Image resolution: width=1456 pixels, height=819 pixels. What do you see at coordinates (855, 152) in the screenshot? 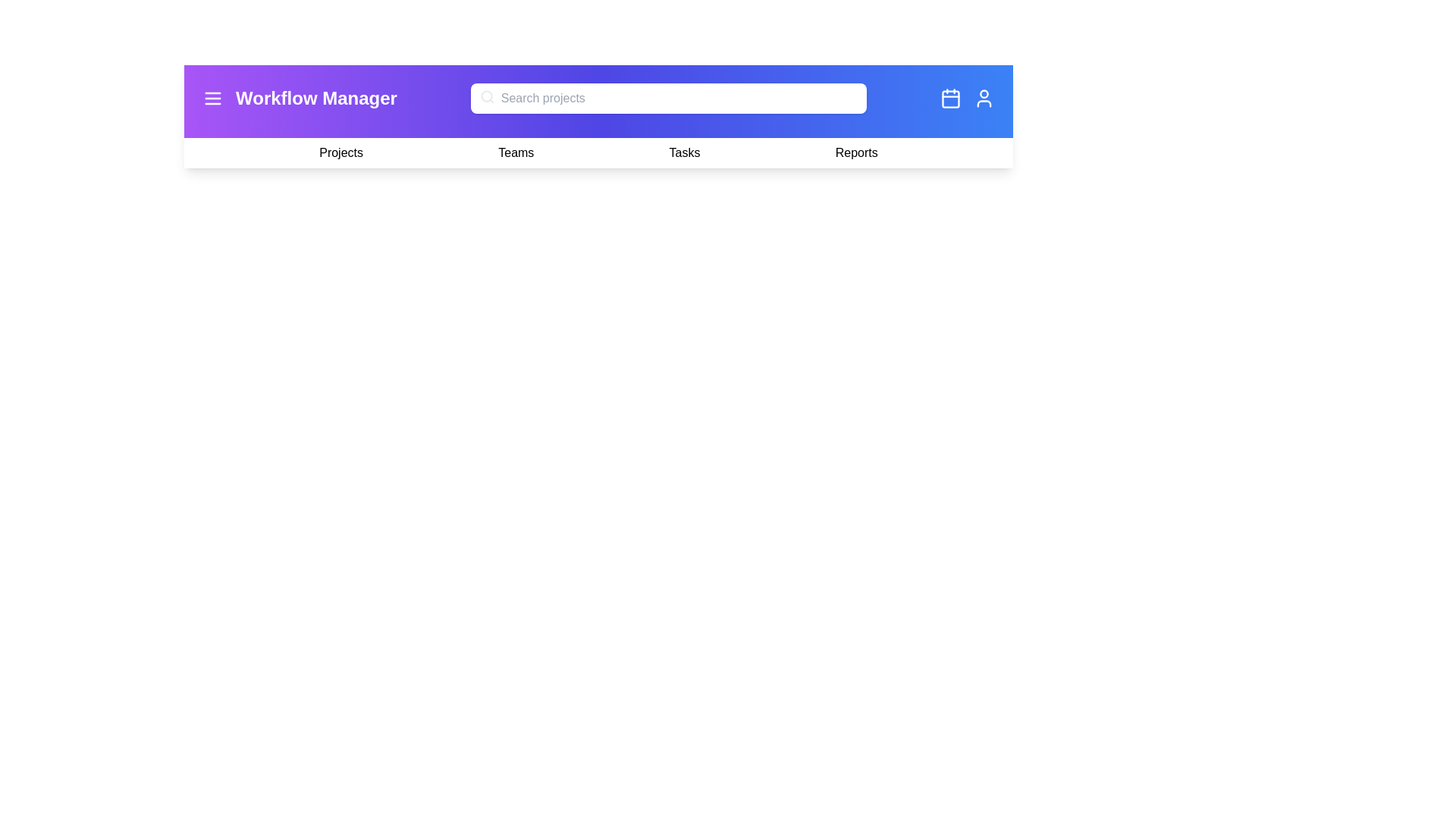
I see `the navigation link to navigate to the Reports section` at bounding box center [855, 152].